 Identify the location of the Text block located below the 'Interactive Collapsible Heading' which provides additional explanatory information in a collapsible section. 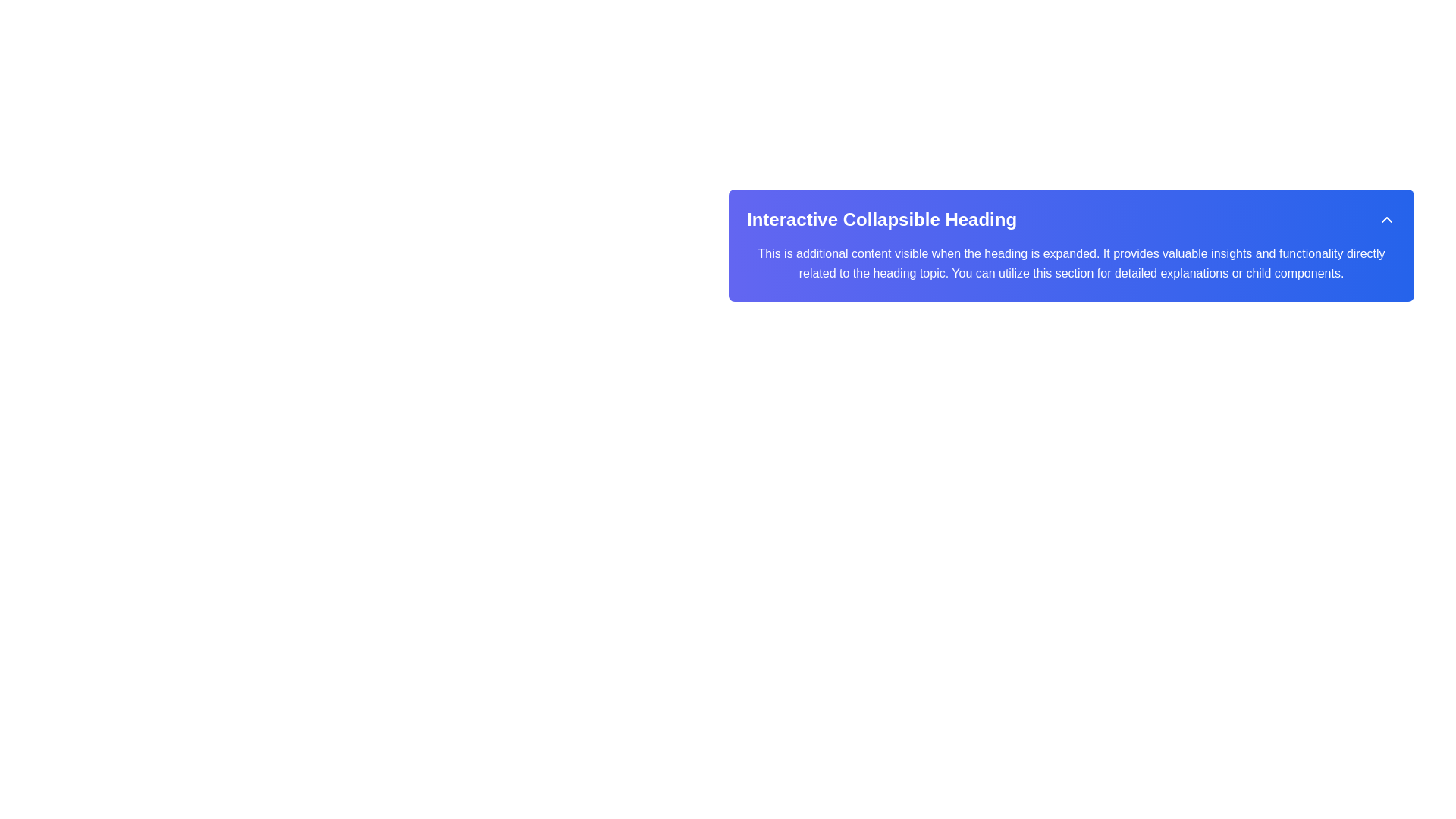
(1070, 262).